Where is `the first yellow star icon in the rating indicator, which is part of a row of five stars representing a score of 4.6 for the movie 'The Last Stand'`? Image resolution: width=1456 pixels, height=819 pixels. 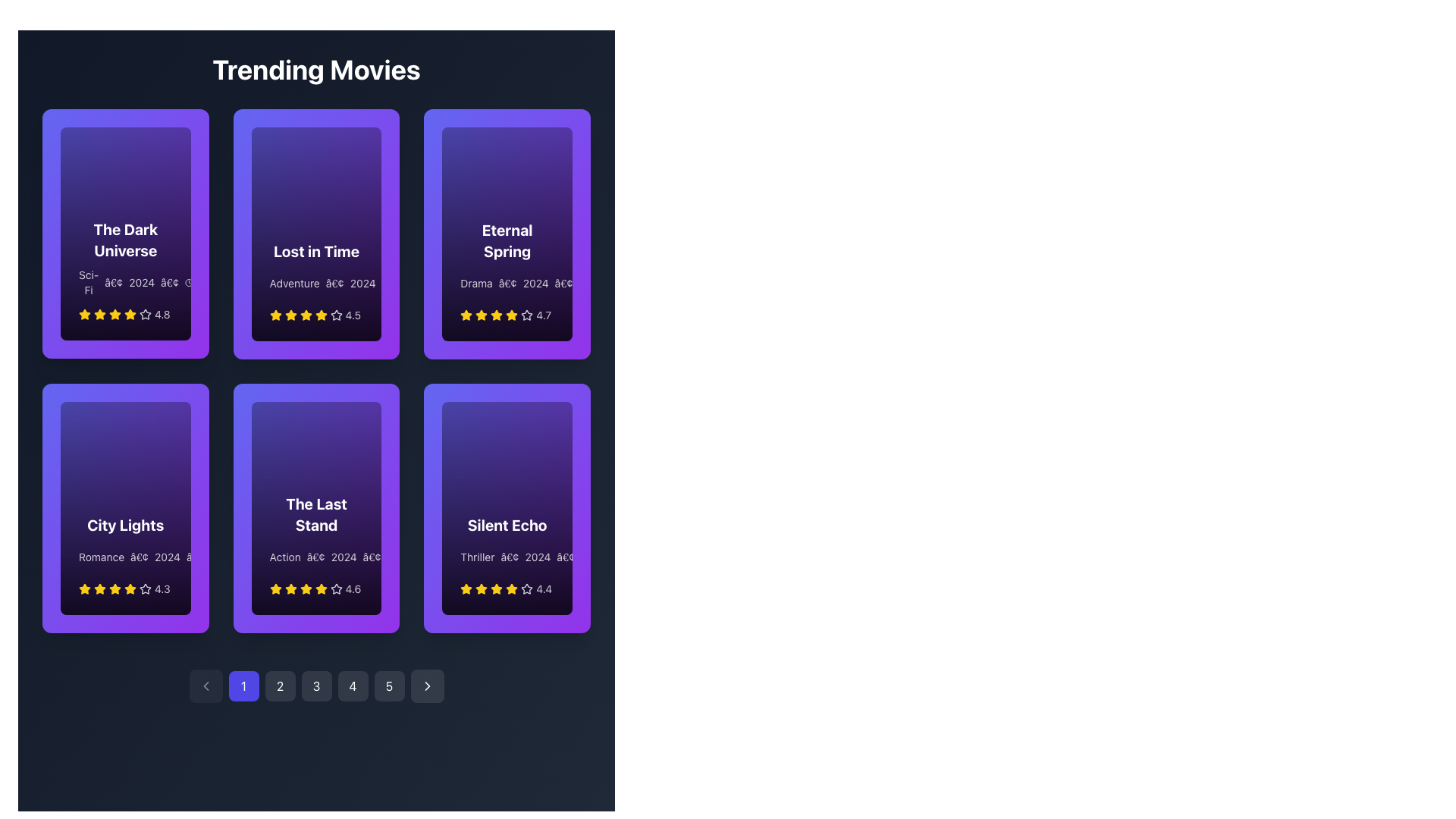 the first yellow star icon in the rating indicator, which is part of a row of five stars representing a score of 4.6 for the movie 'The Last Stand' is located at coordinates (275, 588).